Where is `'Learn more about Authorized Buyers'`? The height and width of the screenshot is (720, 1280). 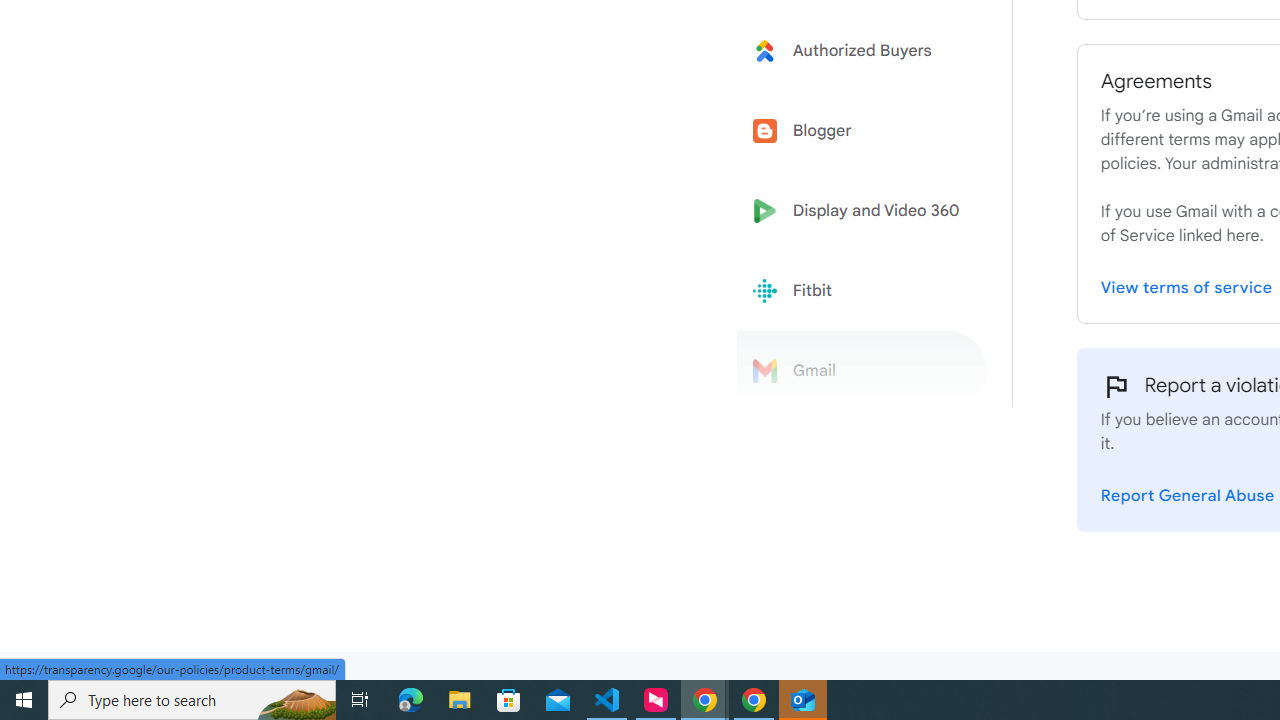 'Learn more about Authorized Buyers' is located at coordinates (862, 49).